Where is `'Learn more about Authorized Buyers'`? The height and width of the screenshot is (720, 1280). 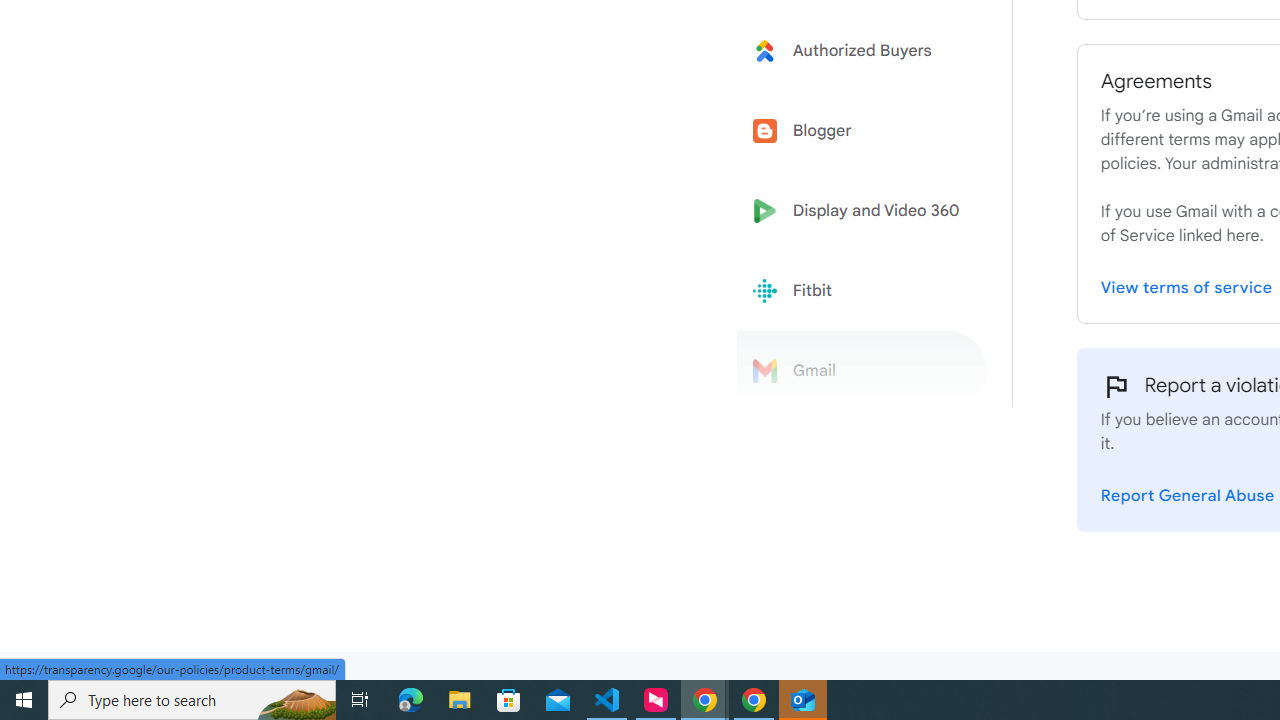 'Learn more about Authorized Buyers' is located at coordinates (862, 49).